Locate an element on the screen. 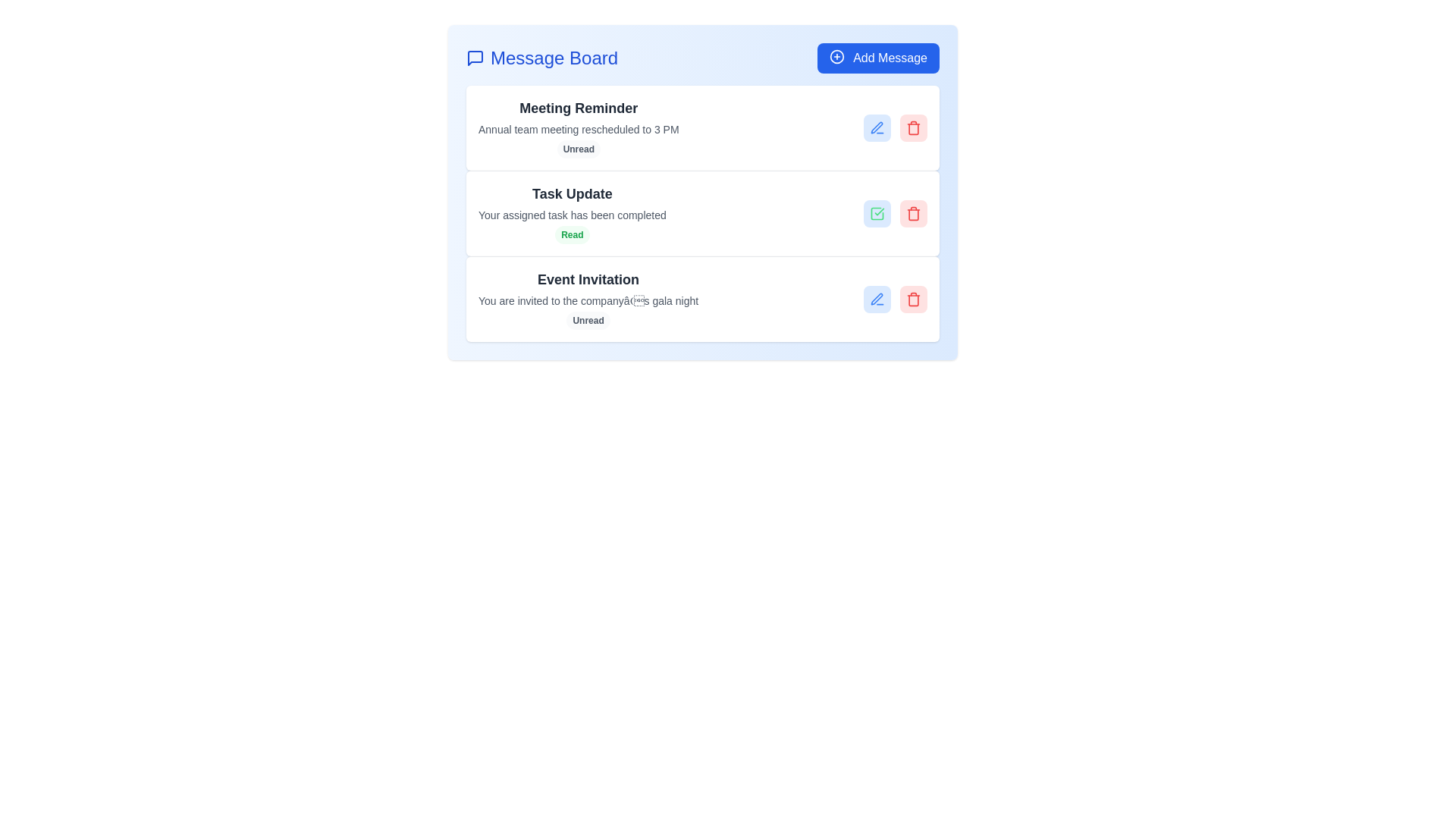  the message icon in the 'Message Board' header section, which is represented by a speech bubble style with a tail on the left, located before the text 'Message Board' is located at coordinates (475, 58).